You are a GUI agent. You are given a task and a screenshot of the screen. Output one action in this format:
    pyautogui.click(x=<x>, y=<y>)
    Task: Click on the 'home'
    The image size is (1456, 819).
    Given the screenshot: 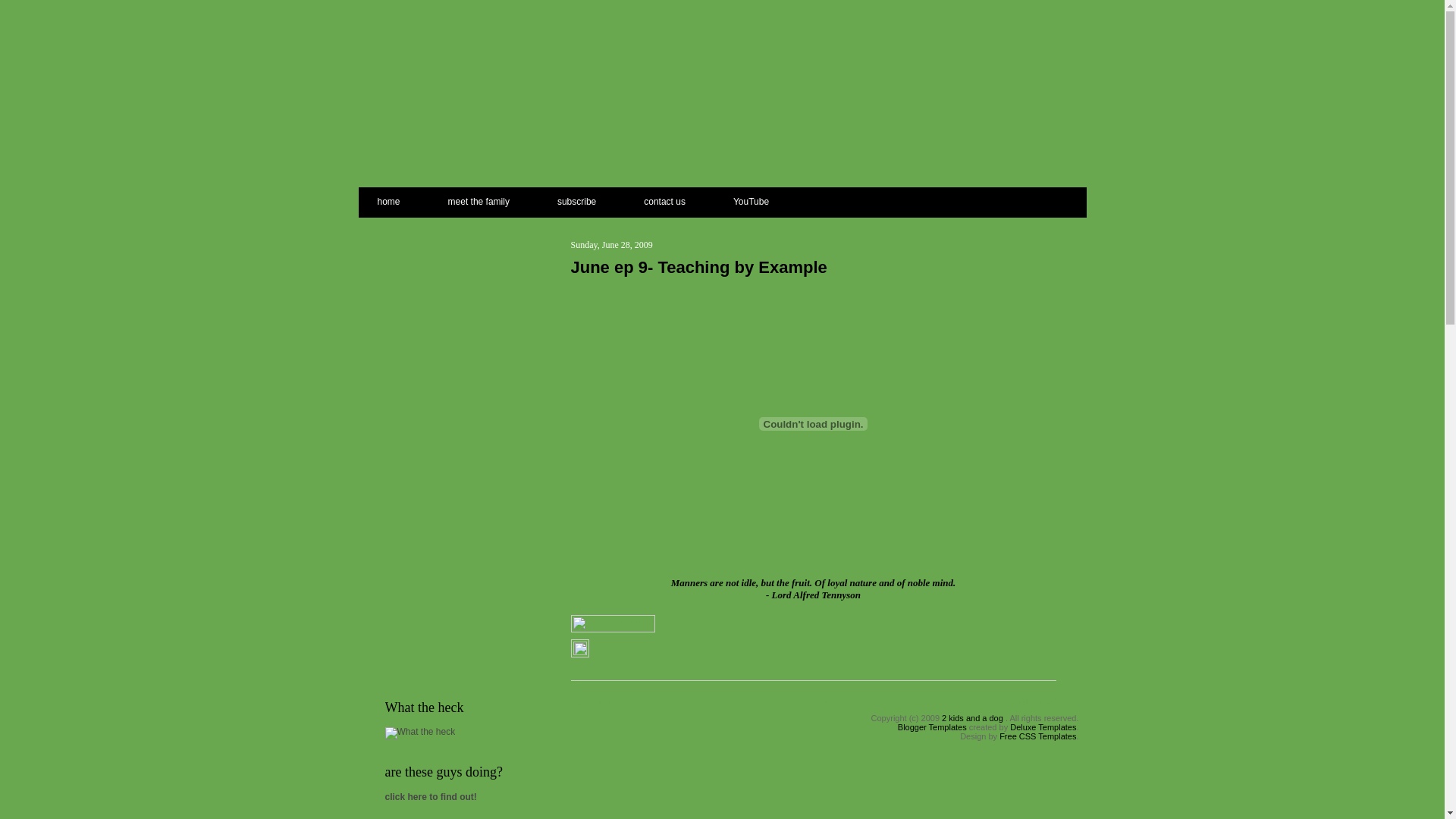 What is the action you would take?
    pyautogui.click(x=400, y=198)
    